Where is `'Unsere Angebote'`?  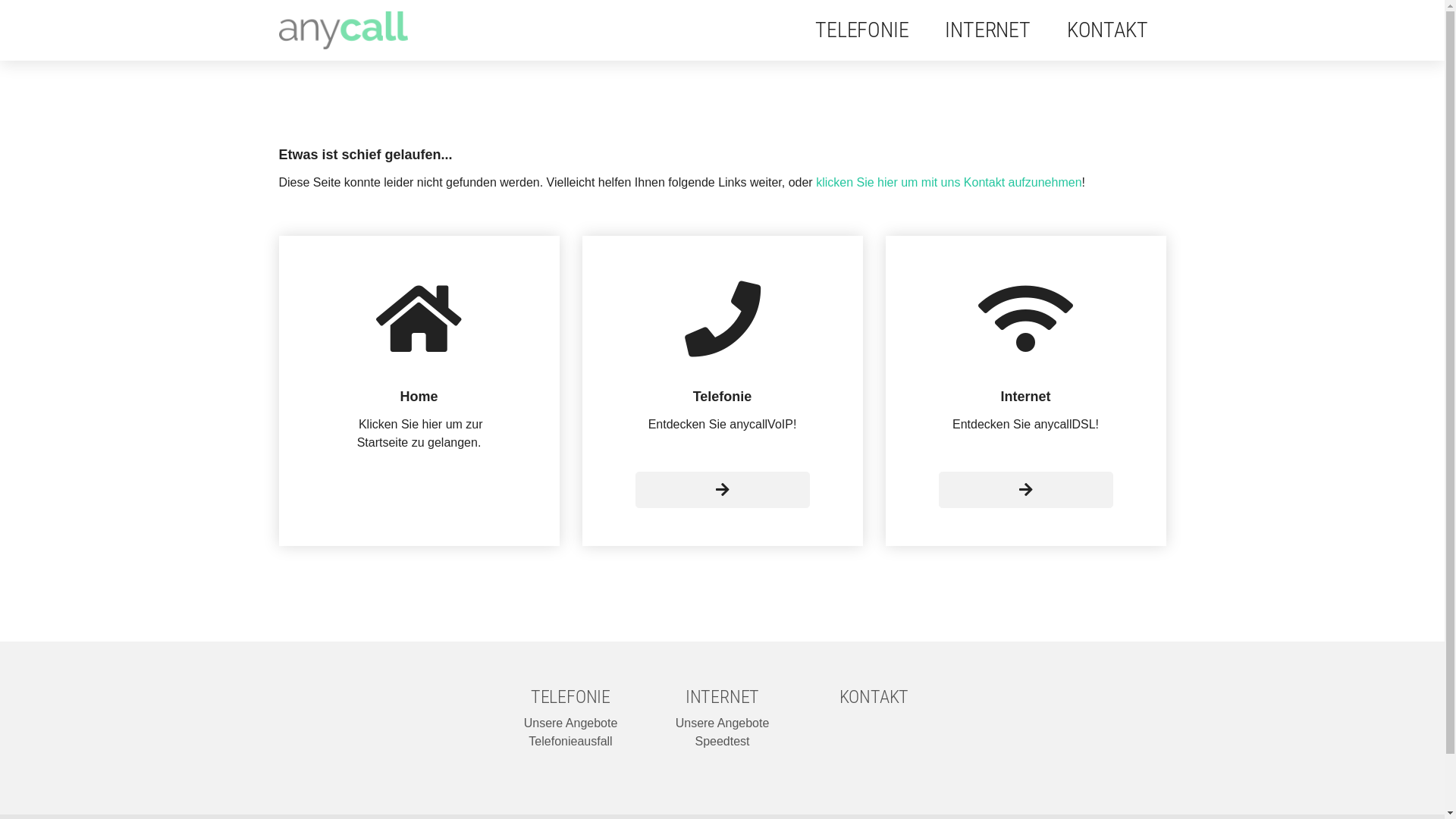 'Unsere Angebote' is located at coordinates (722, 722).